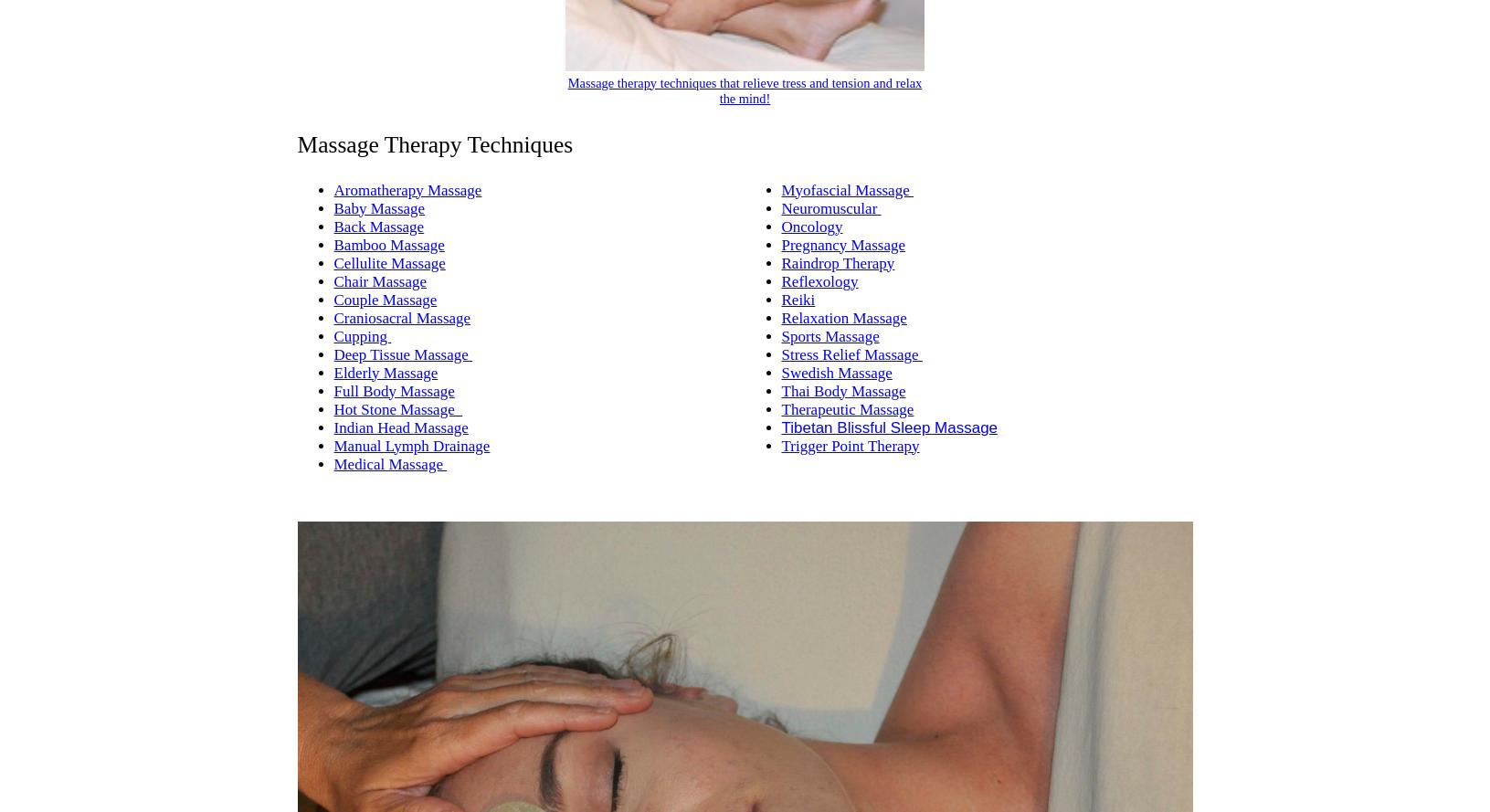  Describe the element at coordinates (397, 407) in the screenshot. I see `'Hot Stone Massage'` at that location.